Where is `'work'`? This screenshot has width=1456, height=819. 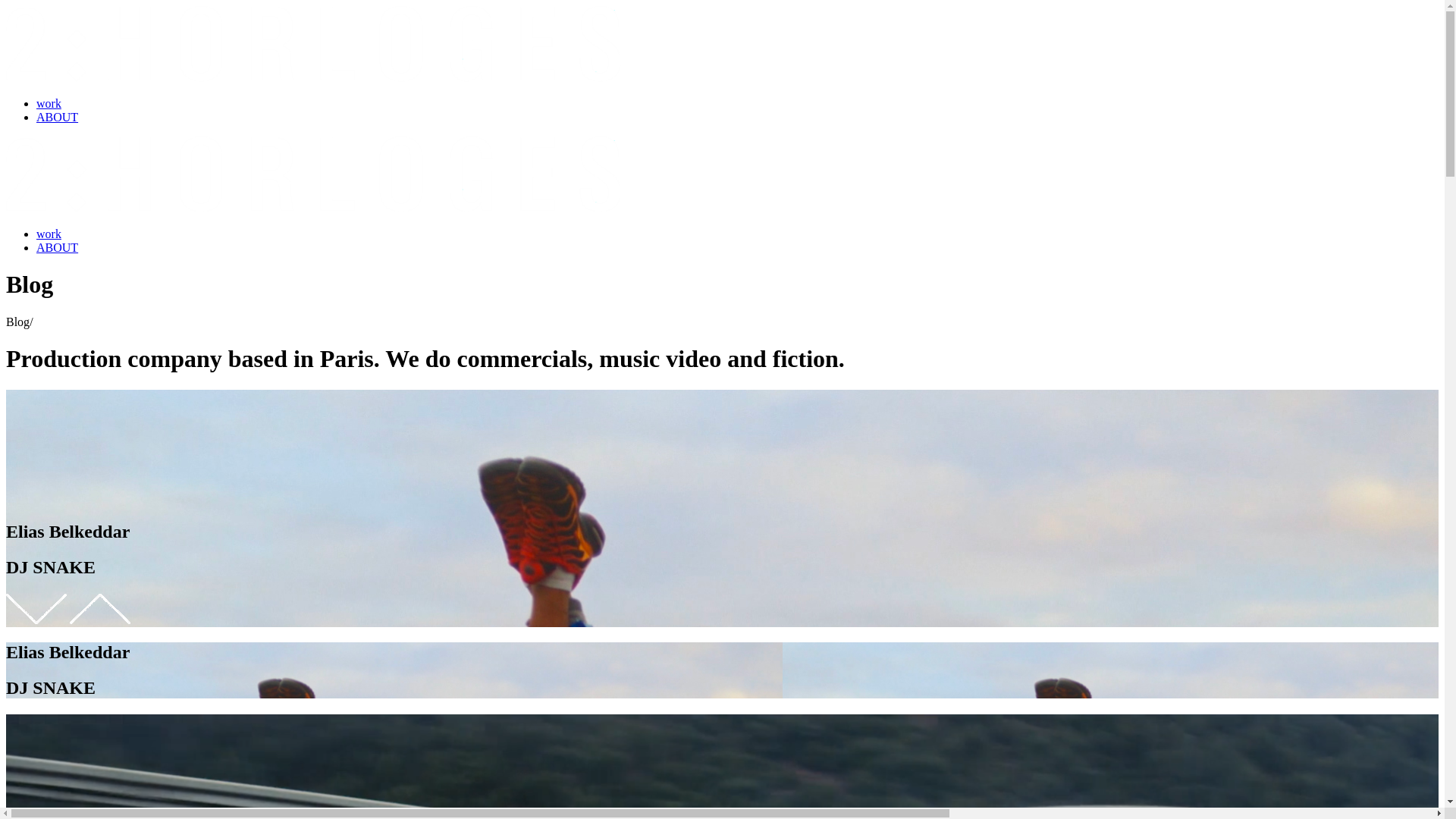
'work' is located at coordinates (49, 234).